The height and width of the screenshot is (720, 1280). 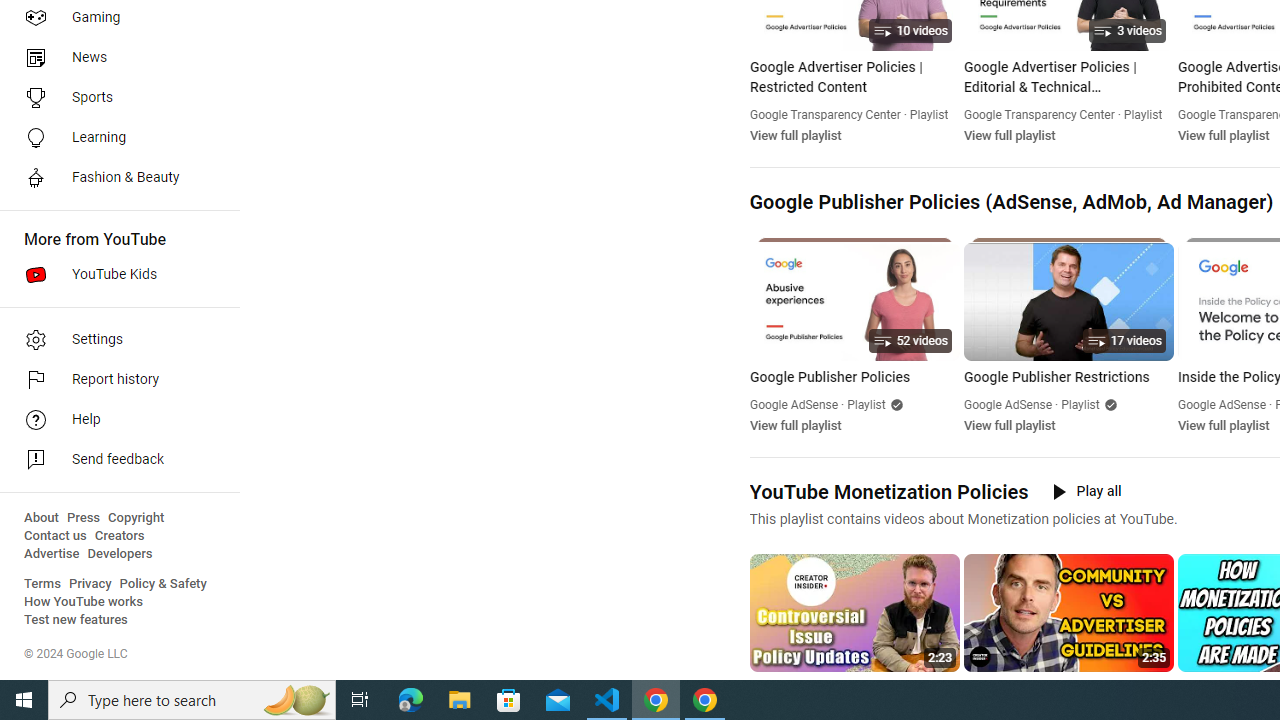 What do you see at coordinates (163, 584) in the screenshot?
I see `'Policy & Safety'` at bounding box center [163, 584].